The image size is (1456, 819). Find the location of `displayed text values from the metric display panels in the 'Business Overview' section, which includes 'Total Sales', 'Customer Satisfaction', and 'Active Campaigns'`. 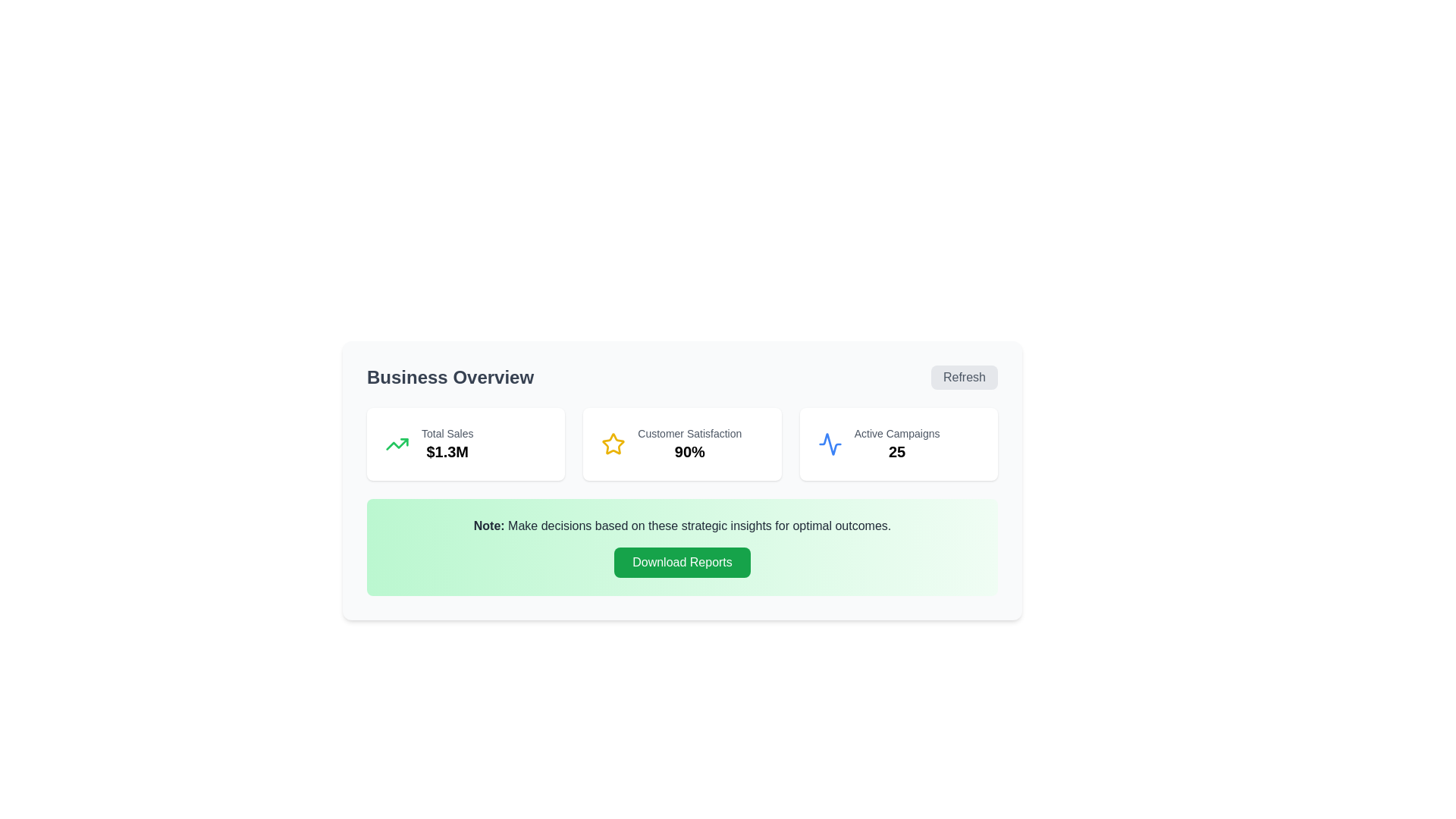

displayed text values from the metric display panels in the 'Business Overview' section, which includes 'Total Sales', 'Customer Satisfaction', and 'Active Campaigns' is located at coordinates (682, 444).